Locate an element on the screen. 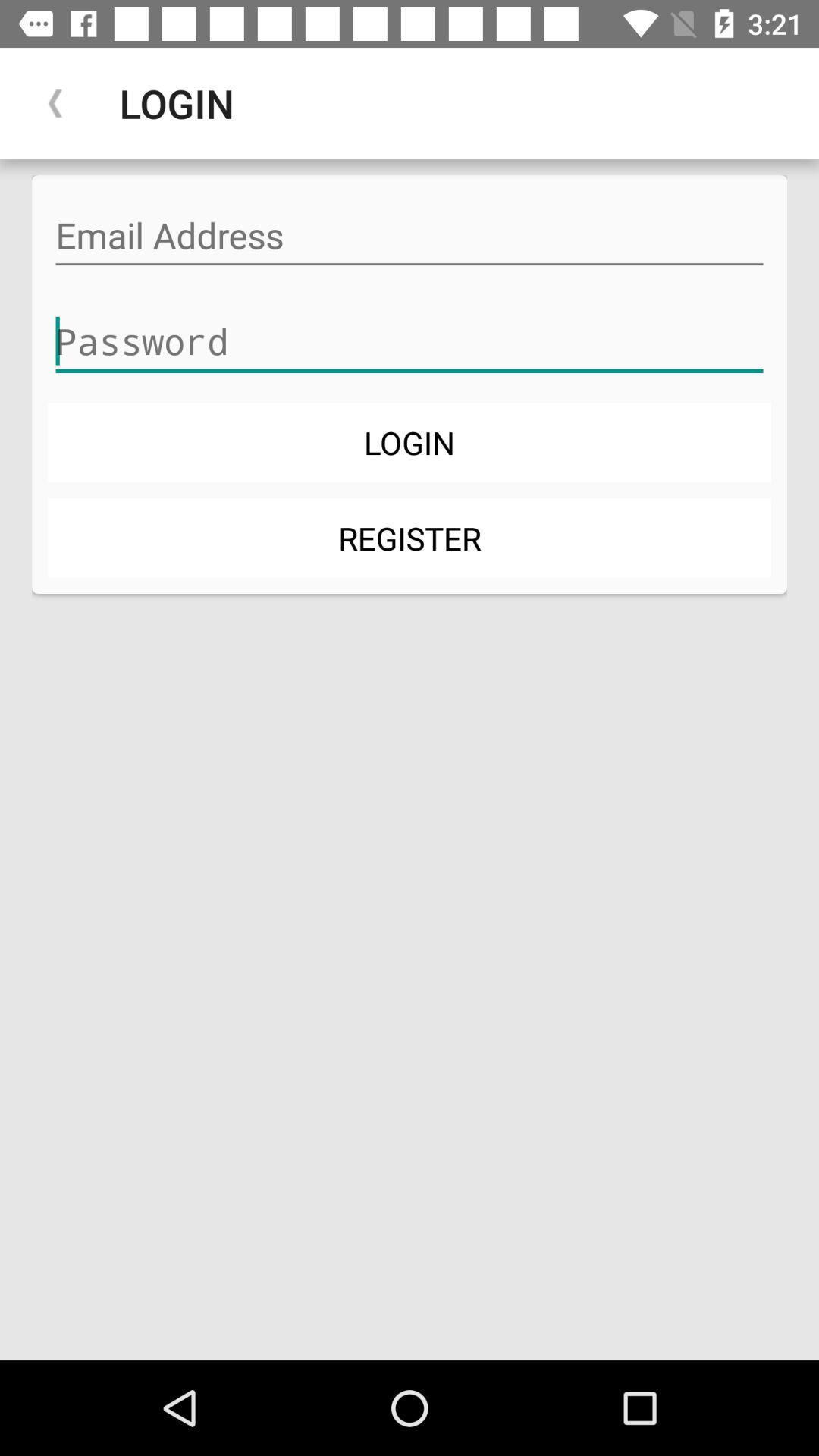  register icon is located at coordinates (409, 538).